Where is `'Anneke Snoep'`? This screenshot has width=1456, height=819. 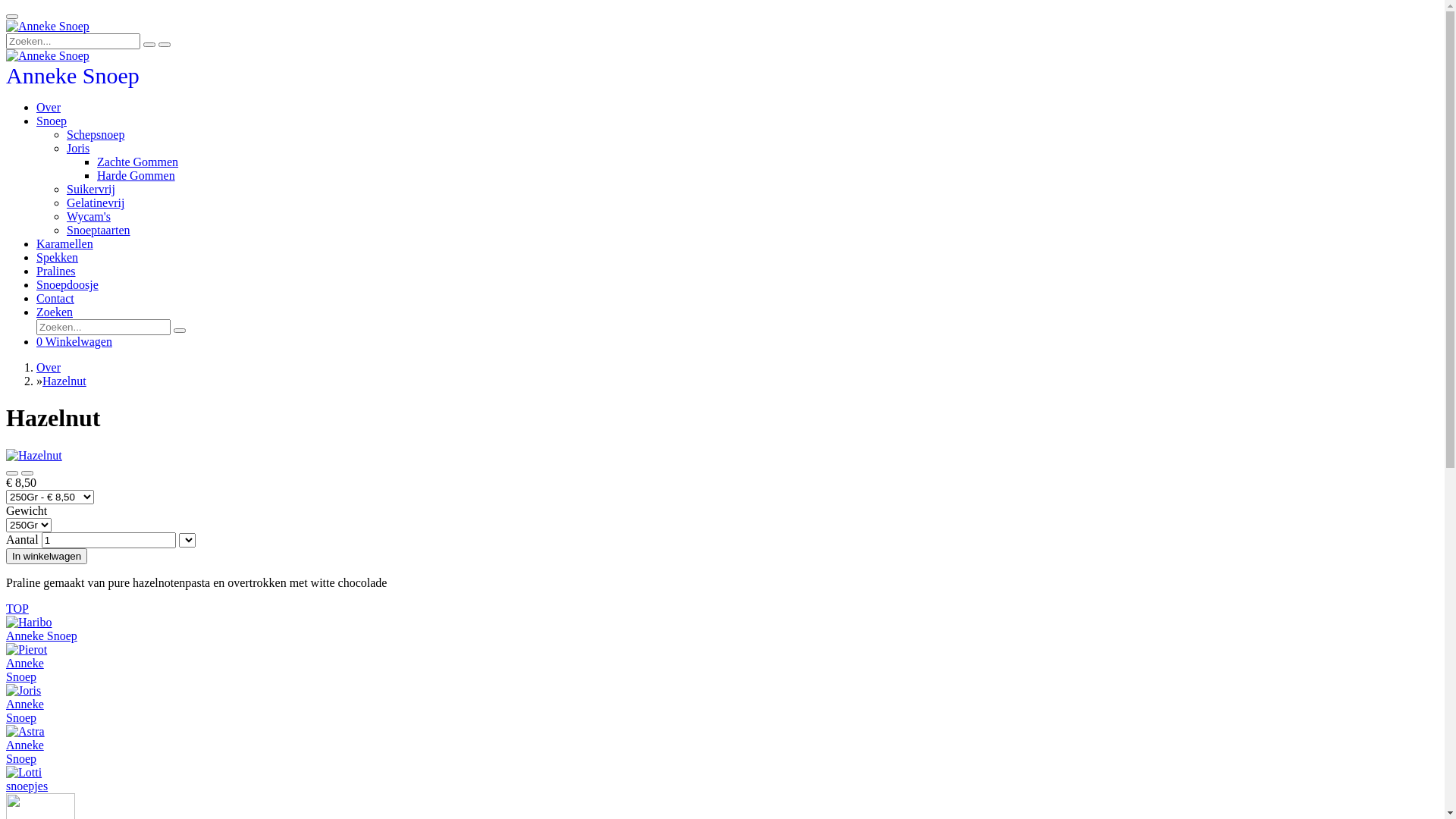 'Anneke Snoep' is located at coordinates (6, 26).